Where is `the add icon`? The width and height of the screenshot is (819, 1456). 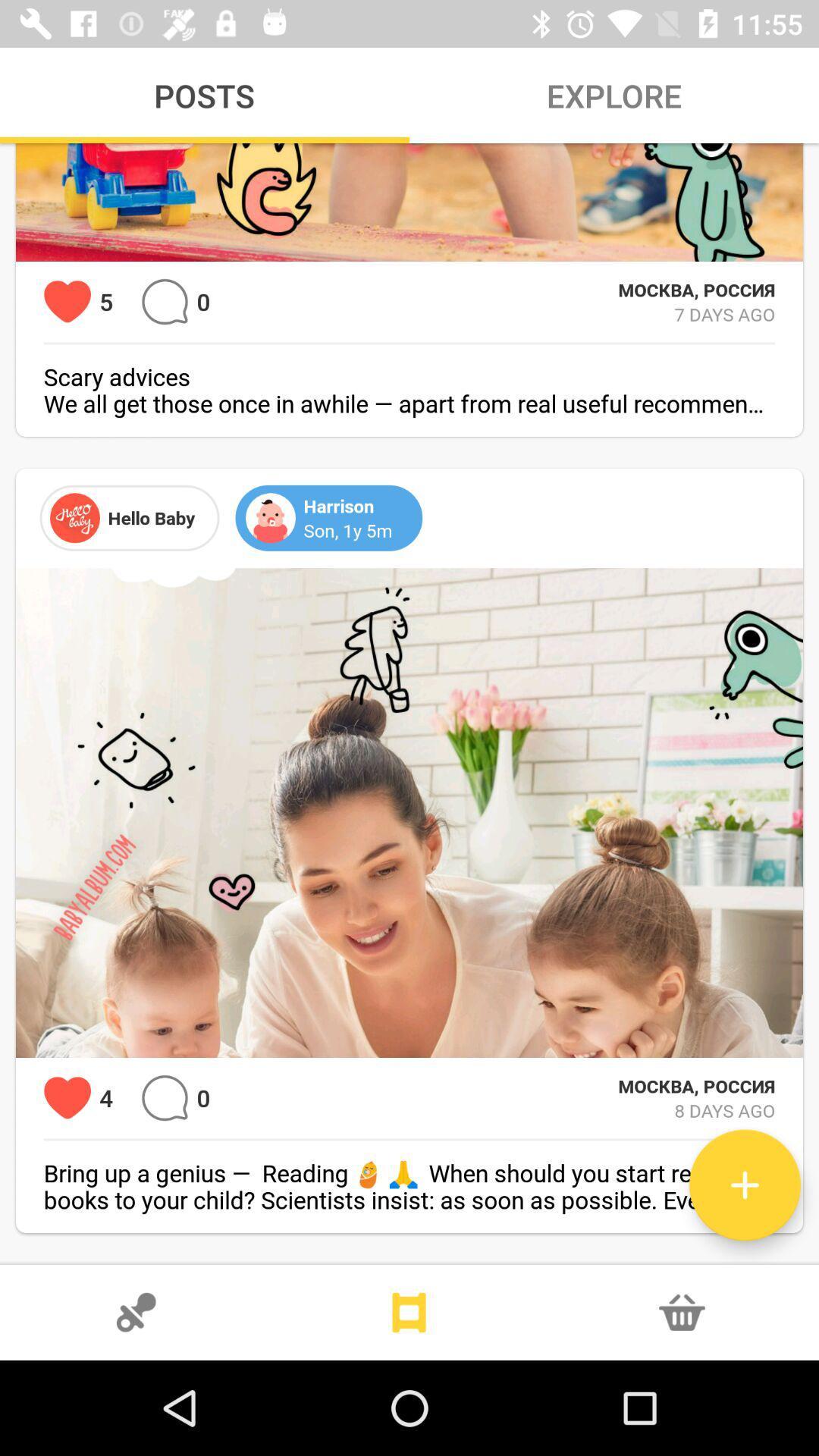
the add icon is located at coordinates (744, 1185).